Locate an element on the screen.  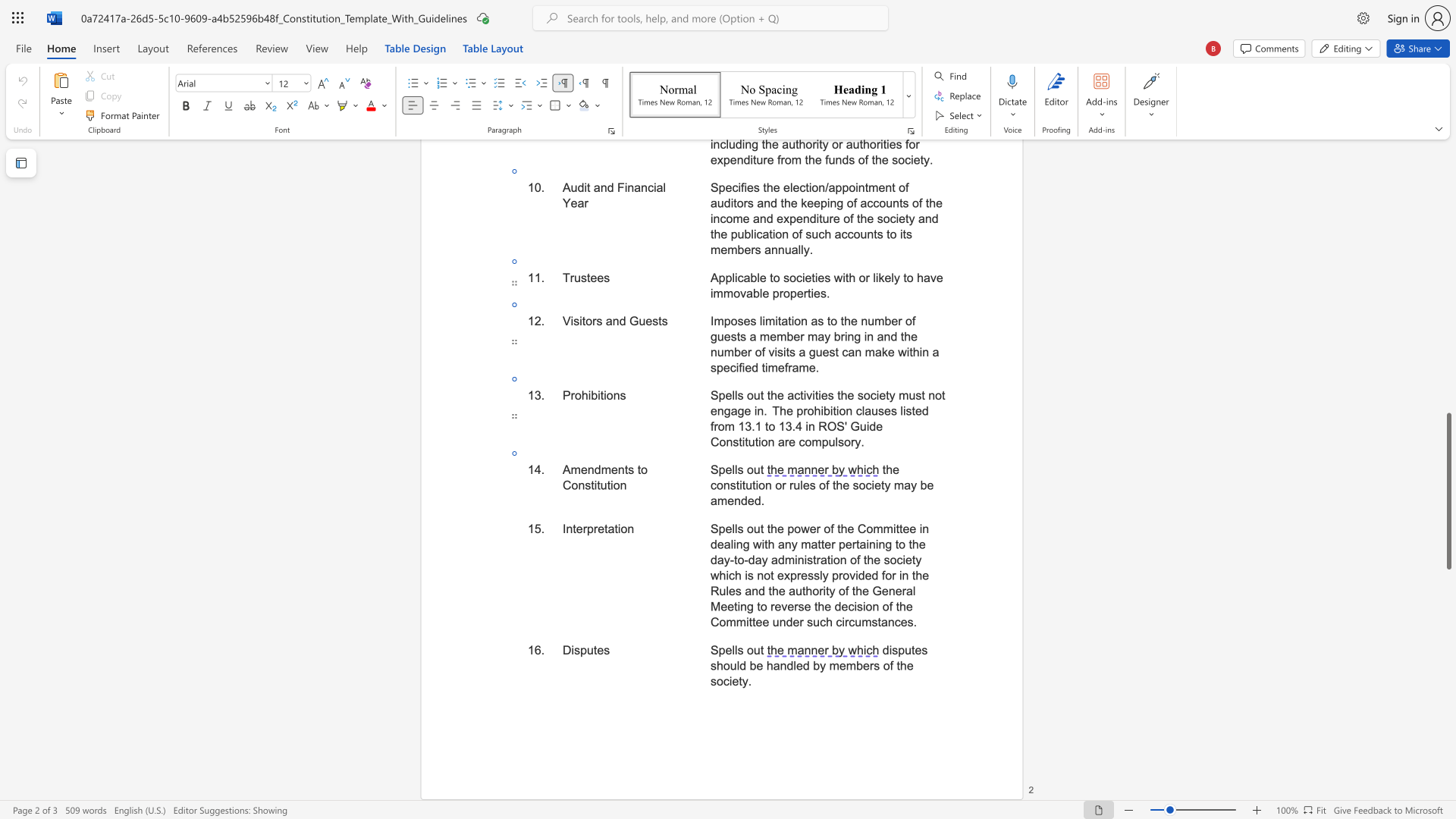
the 1th character "t" in the text is located at coordinates (626, 469).